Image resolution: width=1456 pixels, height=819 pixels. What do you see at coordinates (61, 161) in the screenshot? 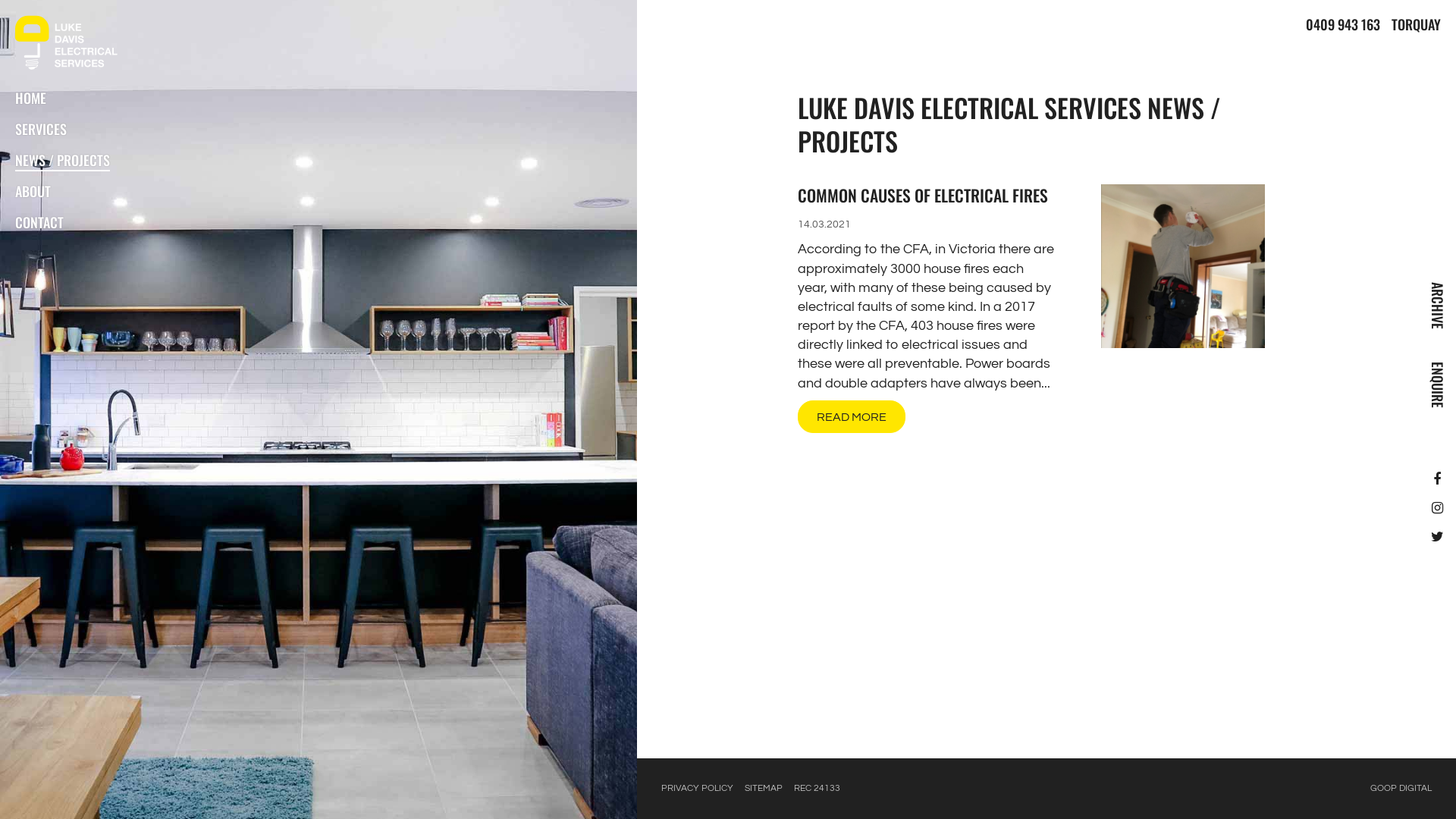
I see `'NEWS / PROJECTS'` at bounding box center [61, 161].